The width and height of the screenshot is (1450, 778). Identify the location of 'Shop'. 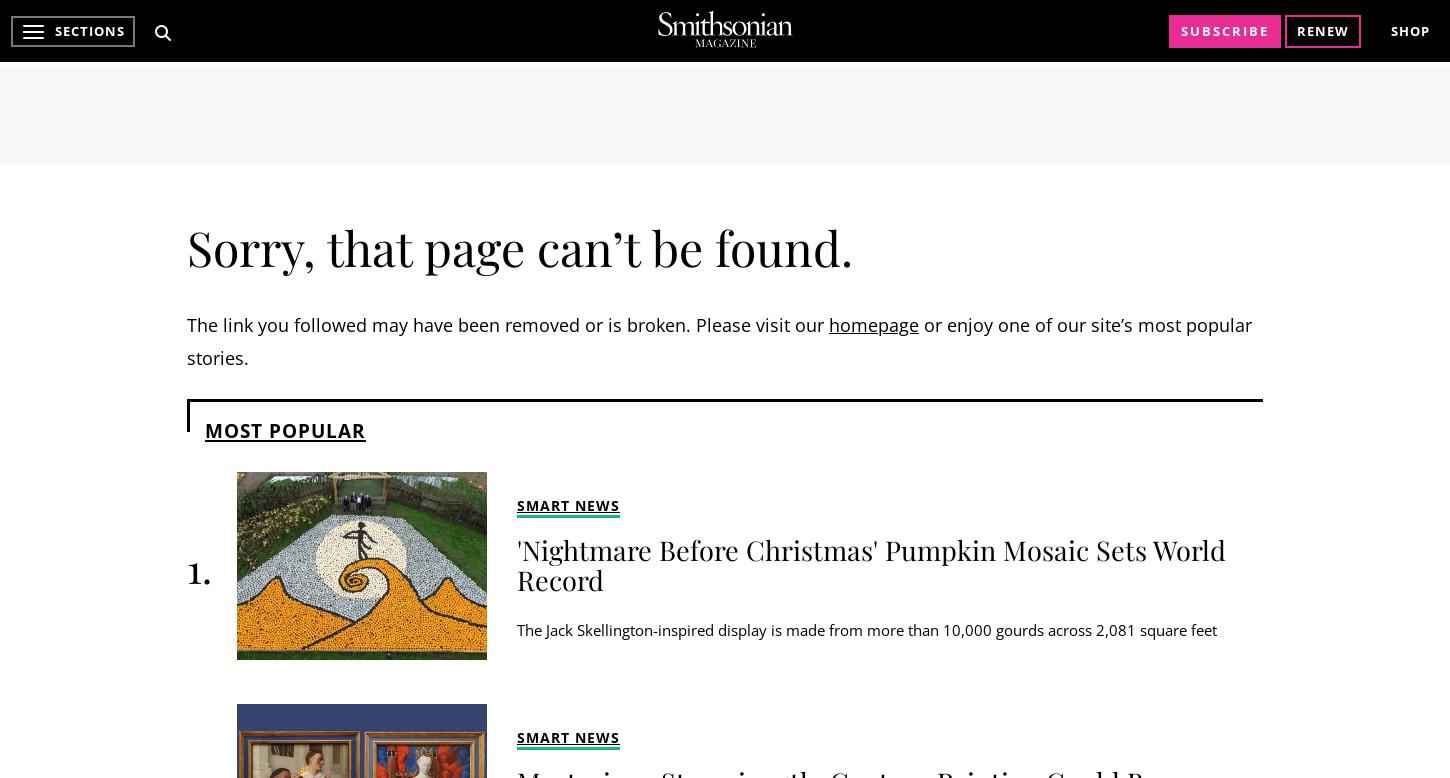
(1408, 30).